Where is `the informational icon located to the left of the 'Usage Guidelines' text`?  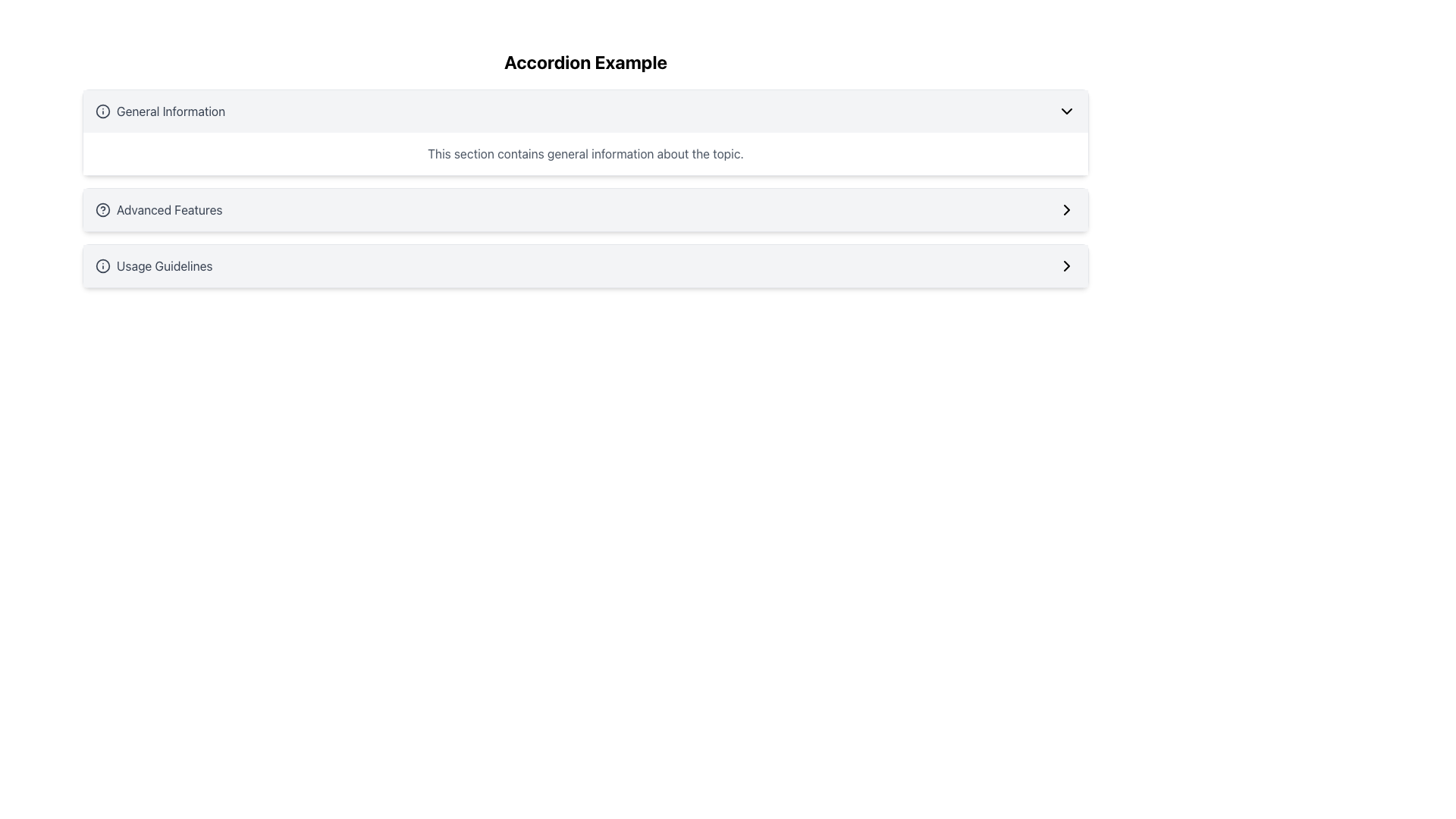 the informational icon located to the left of the 'Usage Guidelines' text is located at coordinates (102, 265).